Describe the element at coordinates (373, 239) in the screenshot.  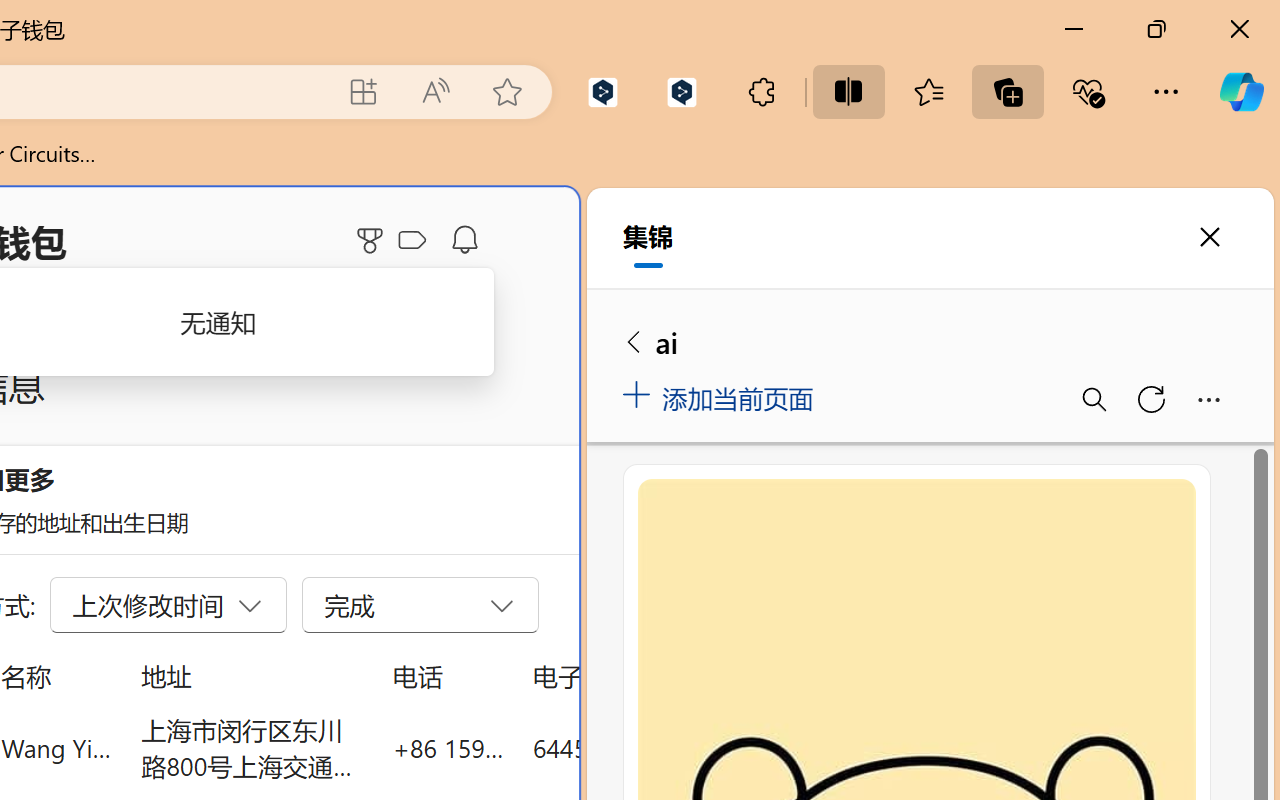
I see `'Microsoft Rewards'` at that location.